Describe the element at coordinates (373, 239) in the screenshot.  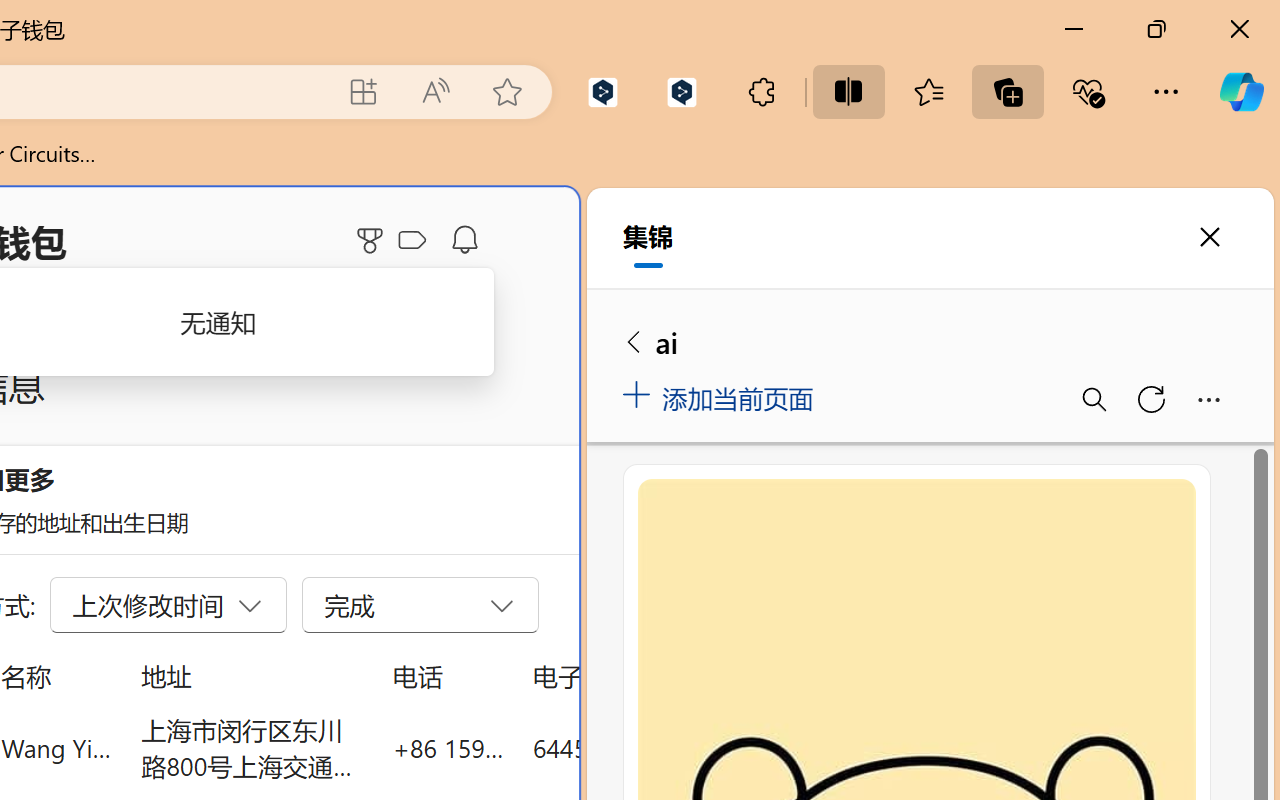
I see `'Microsoft Rewards'` at that location.